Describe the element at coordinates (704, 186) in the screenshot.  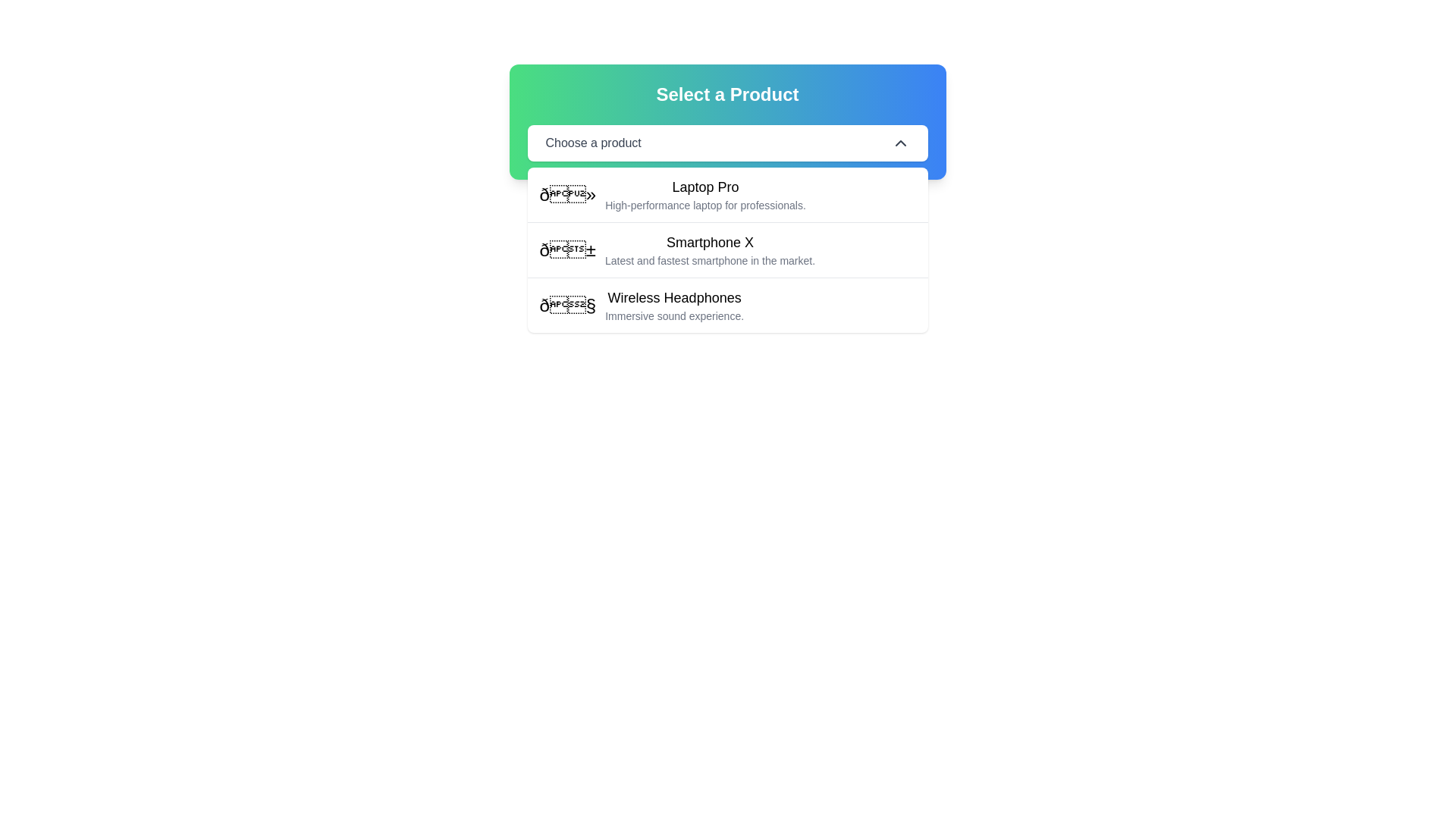
I see `text of the 'Laptop Pro' text label, which is centrally positioned in the item list under the 'Select a Product' dropdown menu` at that location.